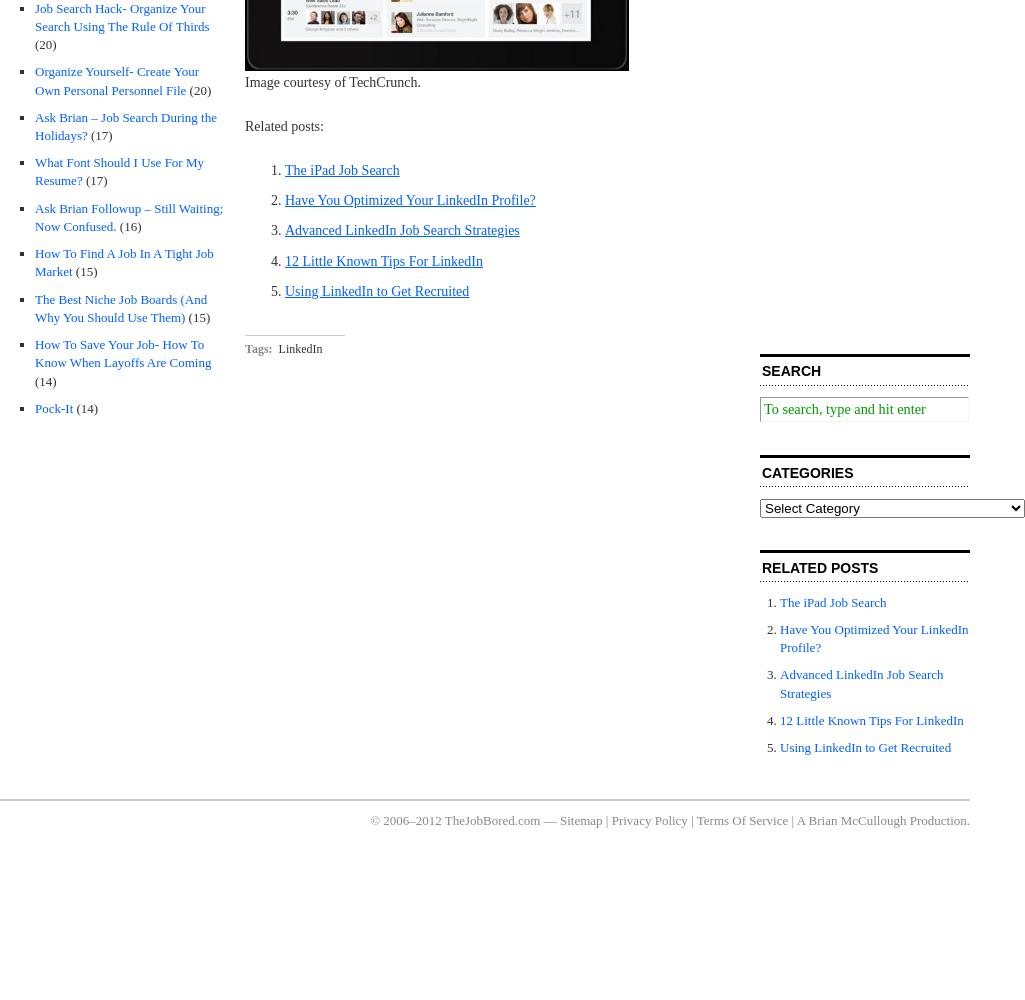 This screenshot has height=1000, width=1025. I want to click on 'Have You Optimized Your LinkedIn Profile?', so click(410, 199).